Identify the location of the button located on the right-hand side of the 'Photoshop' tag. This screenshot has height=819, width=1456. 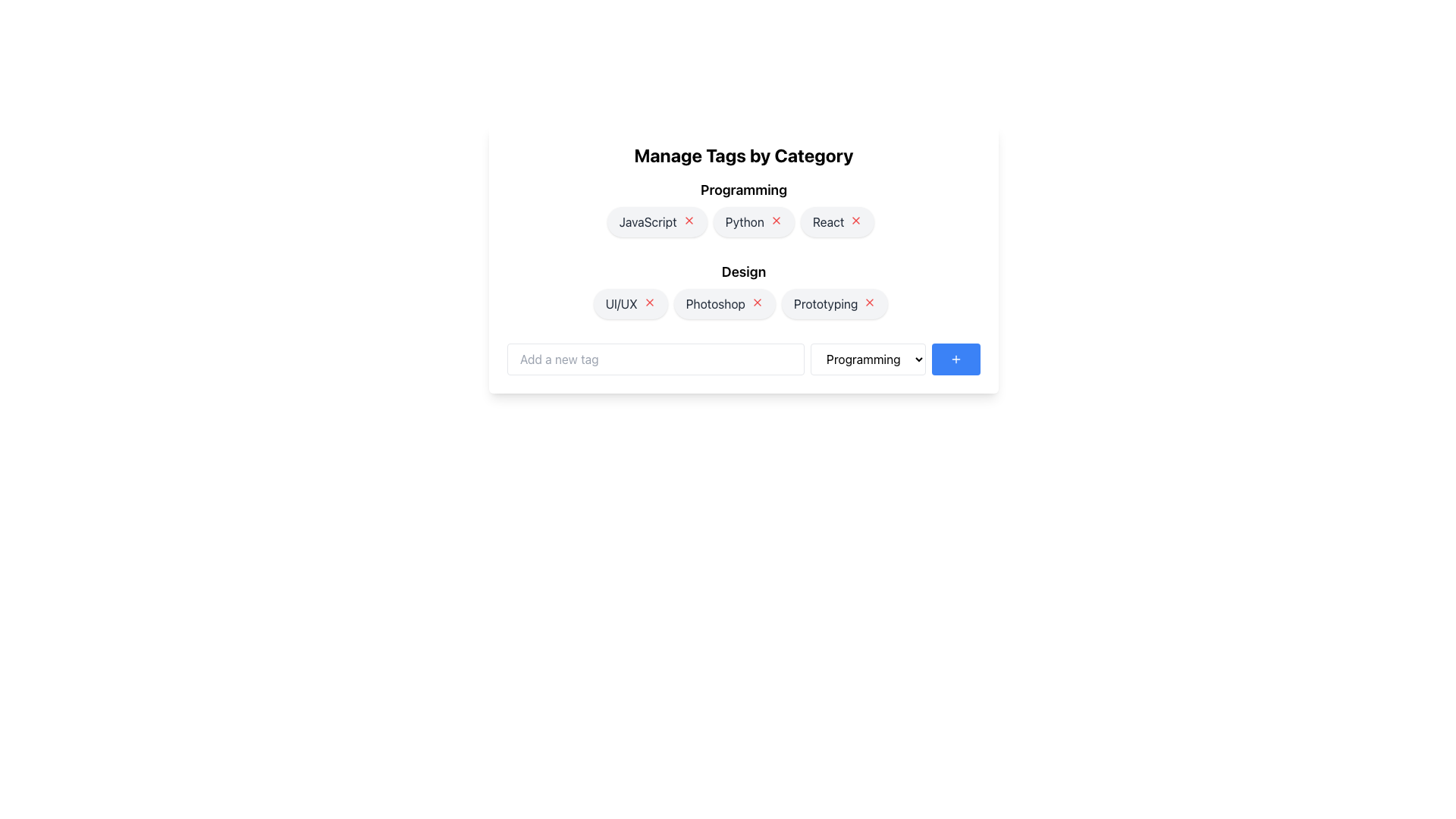
(757, 302).